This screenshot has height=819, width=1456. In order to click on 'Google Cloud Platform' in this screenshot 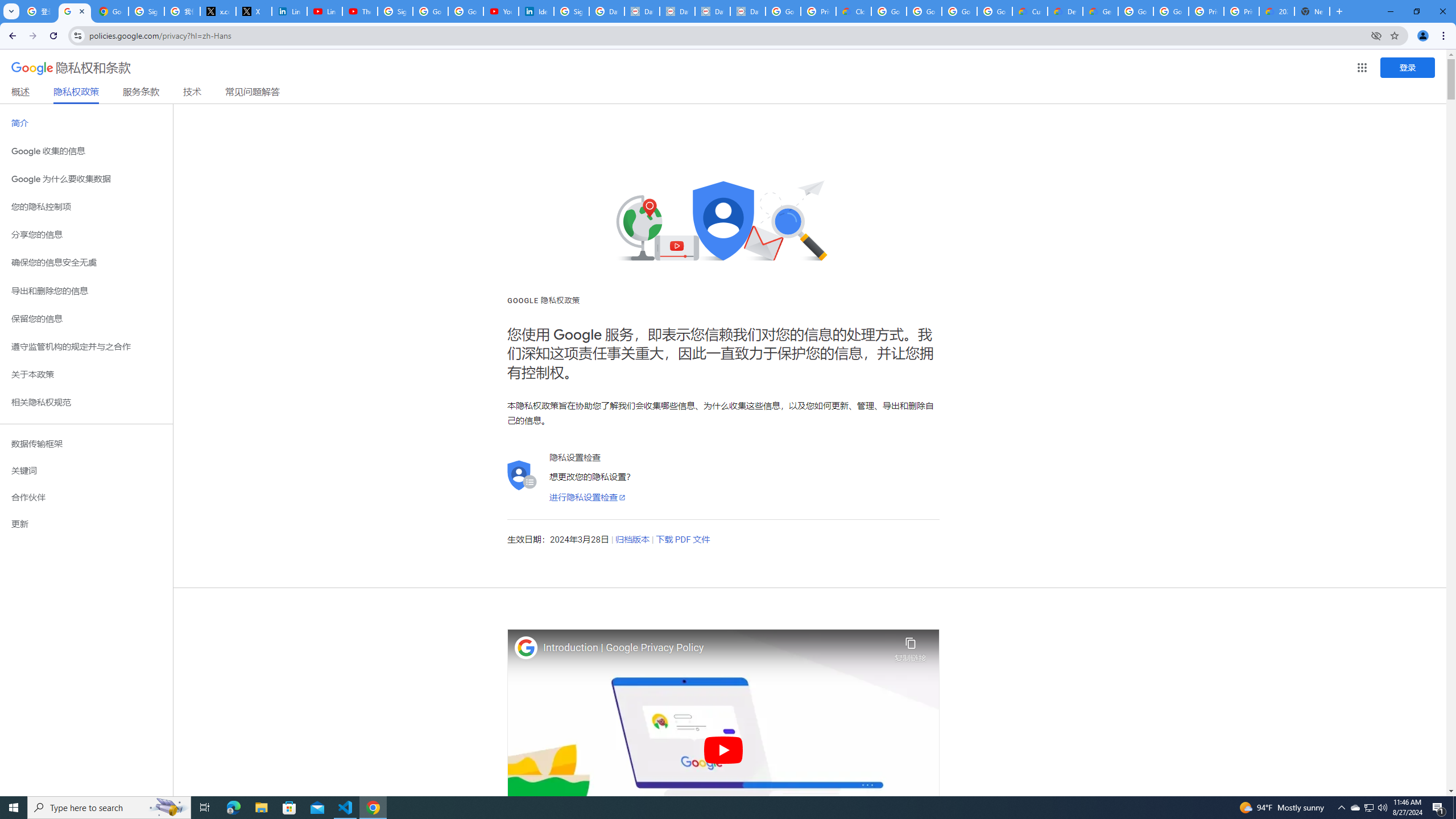, I will do `click(1170, 11)`.